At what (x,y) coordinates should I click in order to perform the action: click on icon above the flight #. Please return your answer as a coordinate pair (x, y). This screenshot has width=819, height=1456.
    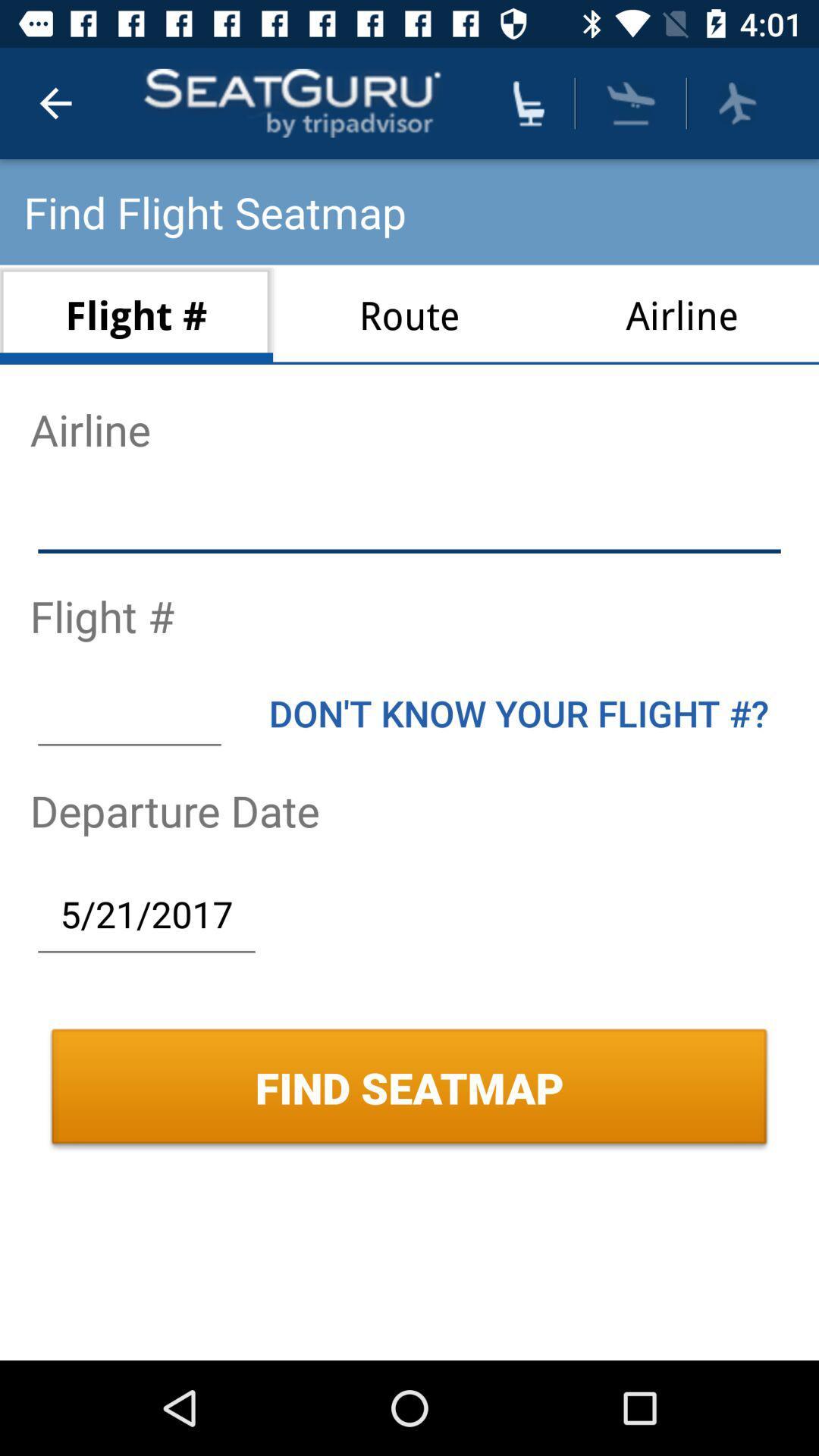
    Looking at the image, I should click on (409, 522).